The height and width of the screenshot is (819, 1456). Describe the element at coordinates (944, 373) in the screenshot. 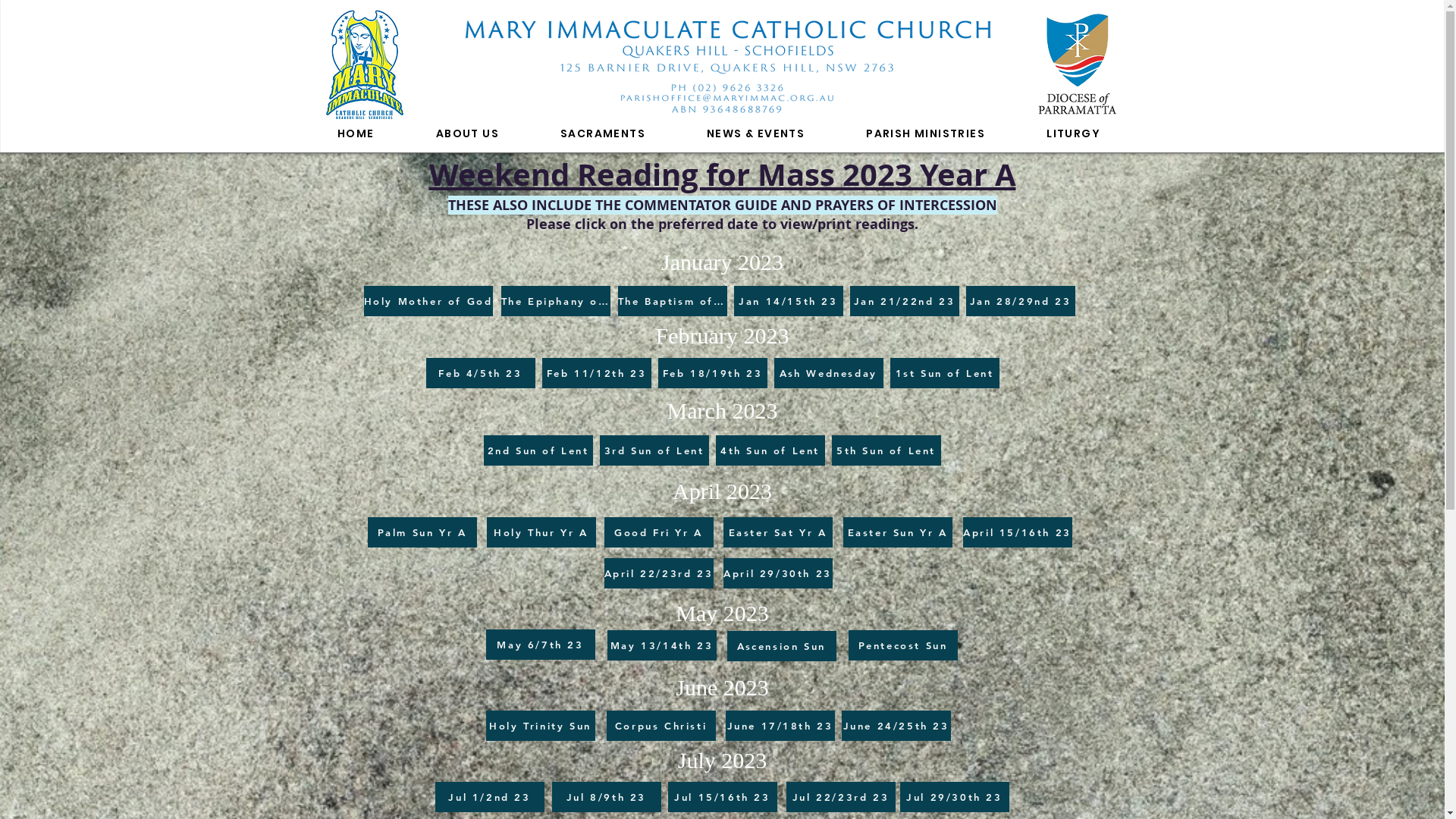

I see `'1st Sun of Lent'` at that location.